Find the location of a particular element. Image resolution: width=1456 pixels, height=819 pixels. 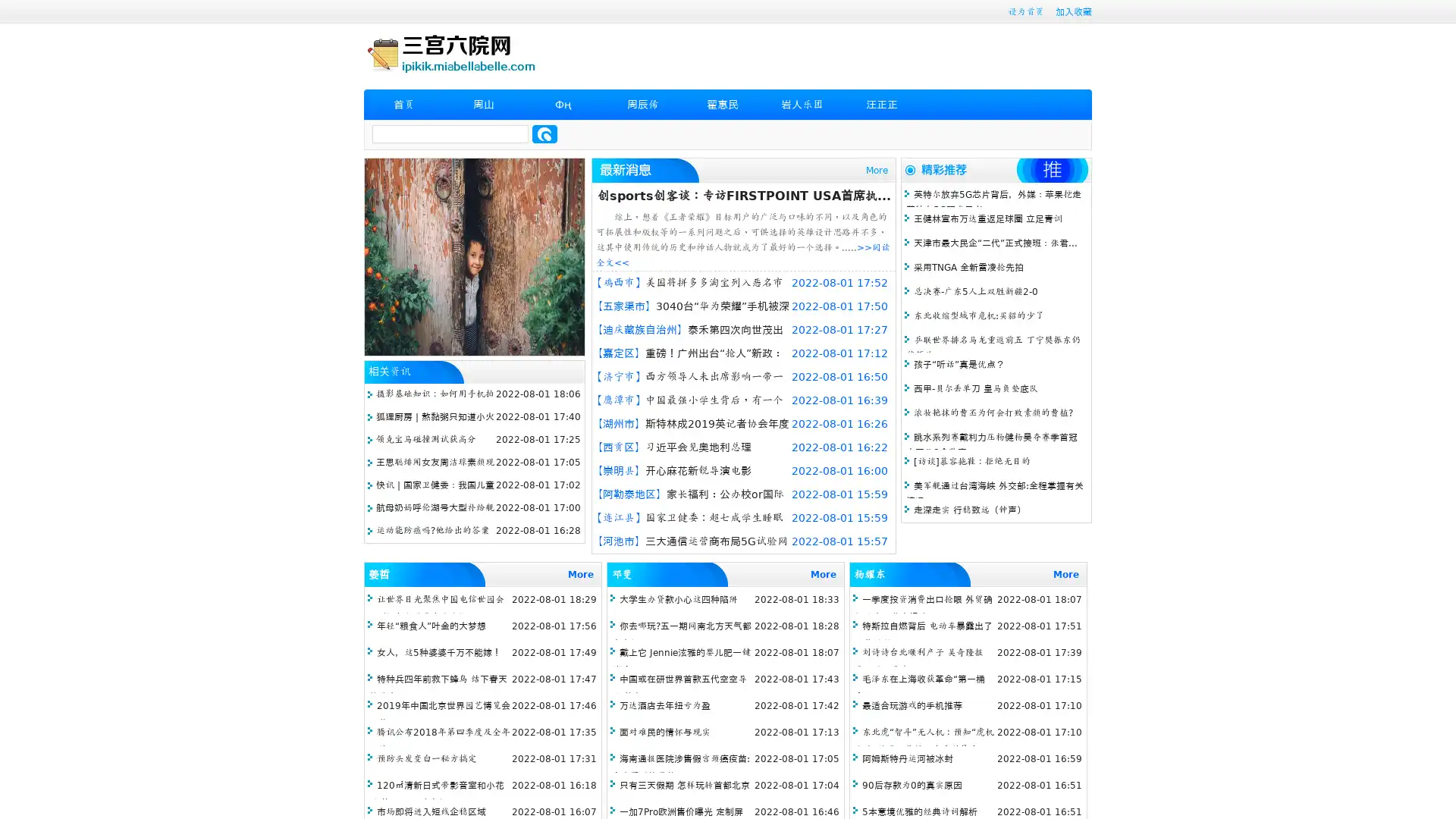

Search is located at coordinates (544, 133).